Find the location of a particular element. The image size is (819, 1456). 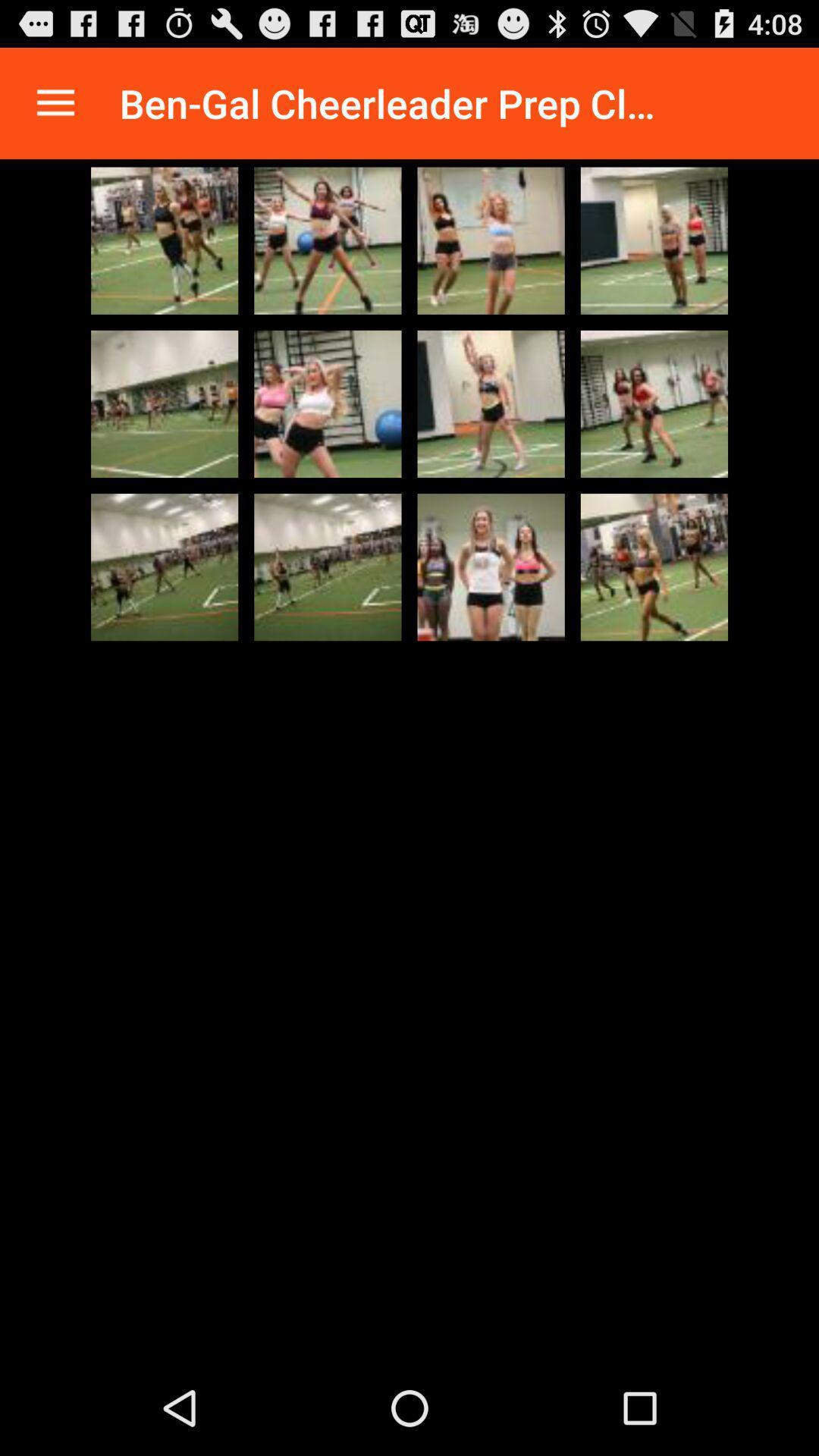

review menu is located at coordinates (55, 102).